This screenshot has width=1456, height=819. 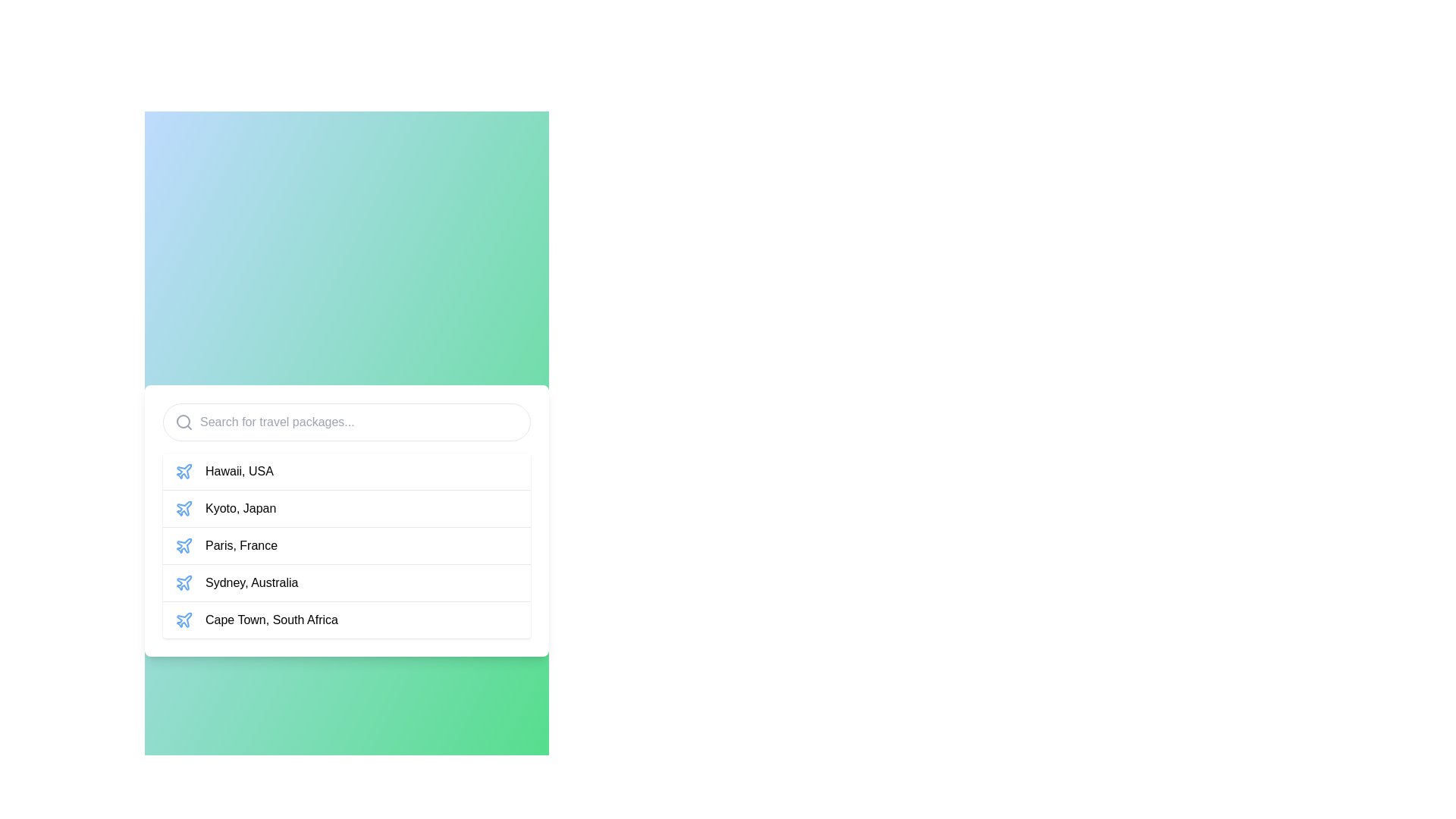 What do you see at coordinates (271, 620) in the screenshot?
I see `the text label for the travel package to 'Cape Town, South Africa'` at bounding box center [271, 620].